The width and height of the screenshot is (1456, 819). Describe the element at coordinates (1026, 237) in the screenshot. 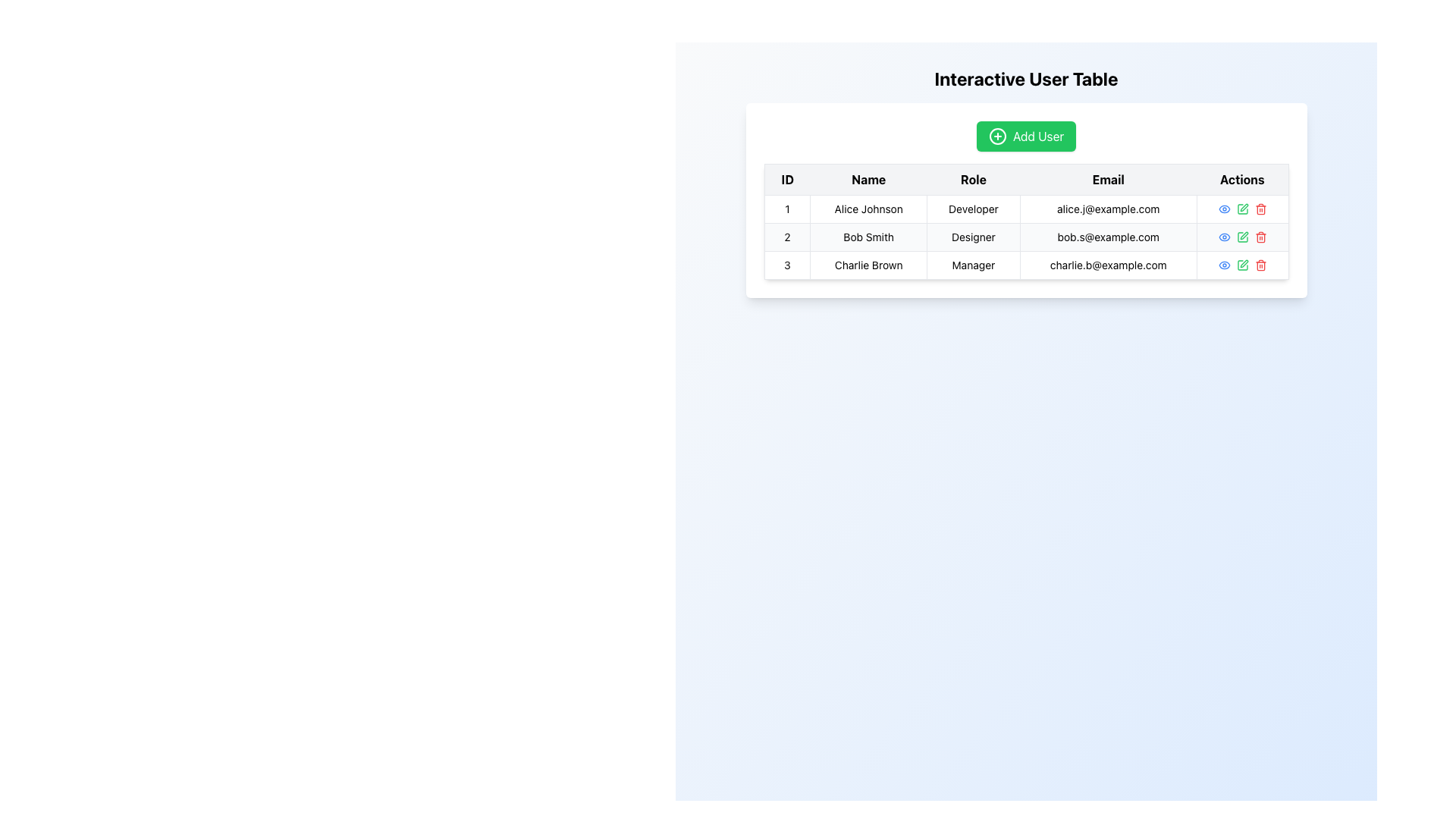

I see `the second table row displaying details for user Bob Smith` at that location.